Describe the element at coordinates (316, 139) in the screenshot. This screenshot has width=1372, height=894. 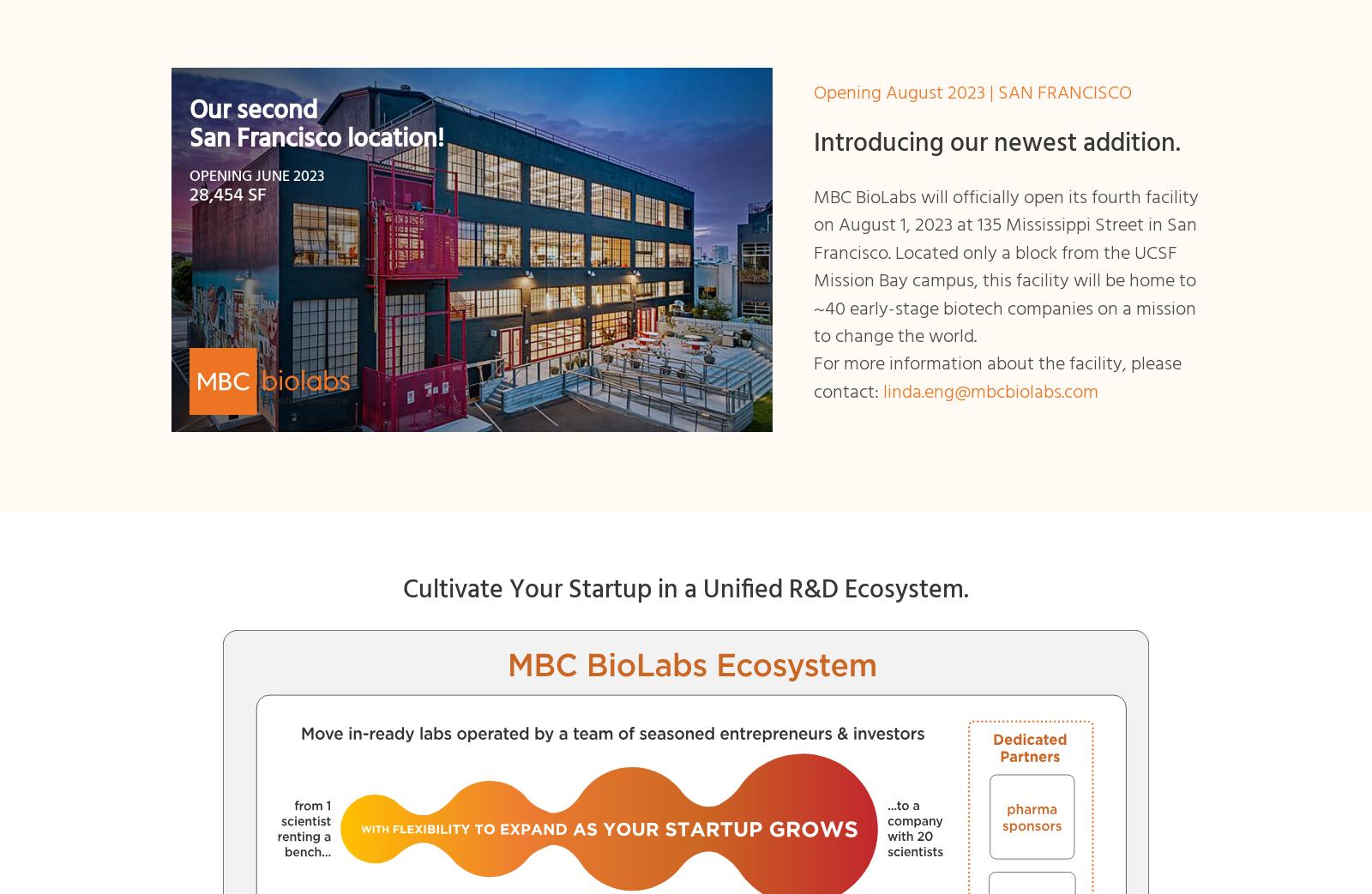
I see `'San Francisco location!'` at that location.